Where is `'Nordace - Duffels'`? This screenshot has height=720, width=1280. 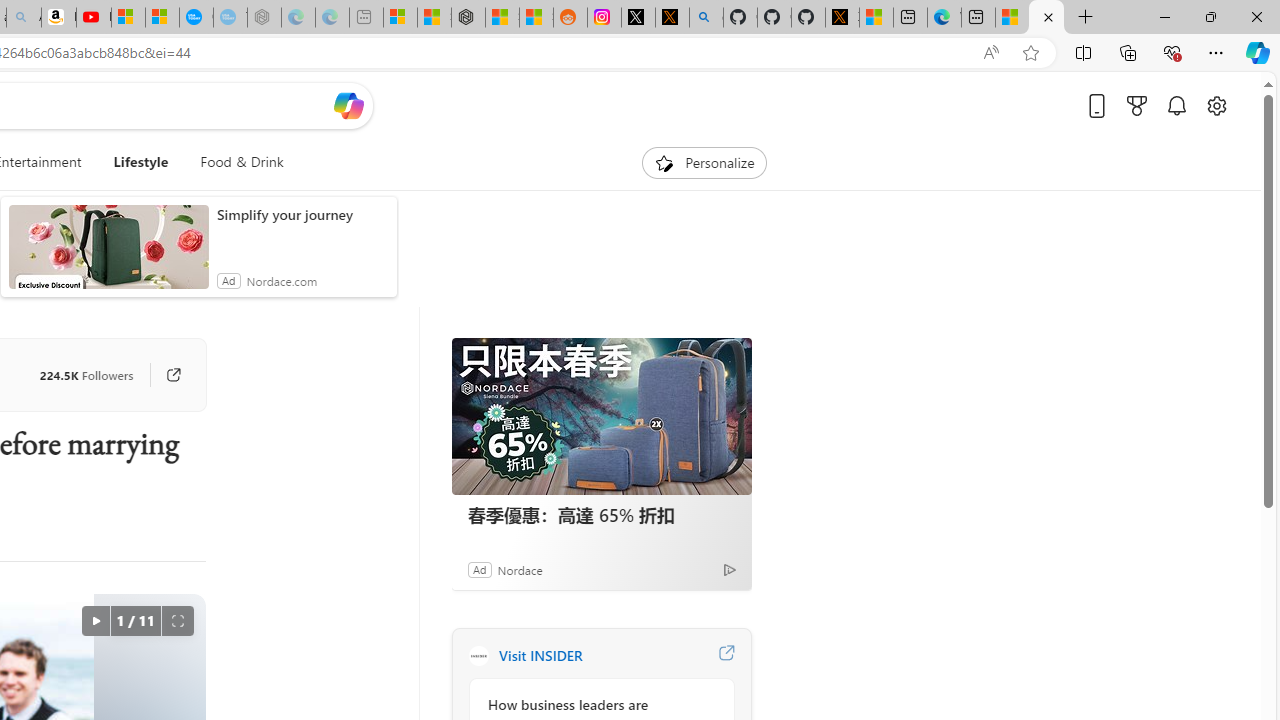
'Nordace - Duffels' is located at coordinates (467, 17).